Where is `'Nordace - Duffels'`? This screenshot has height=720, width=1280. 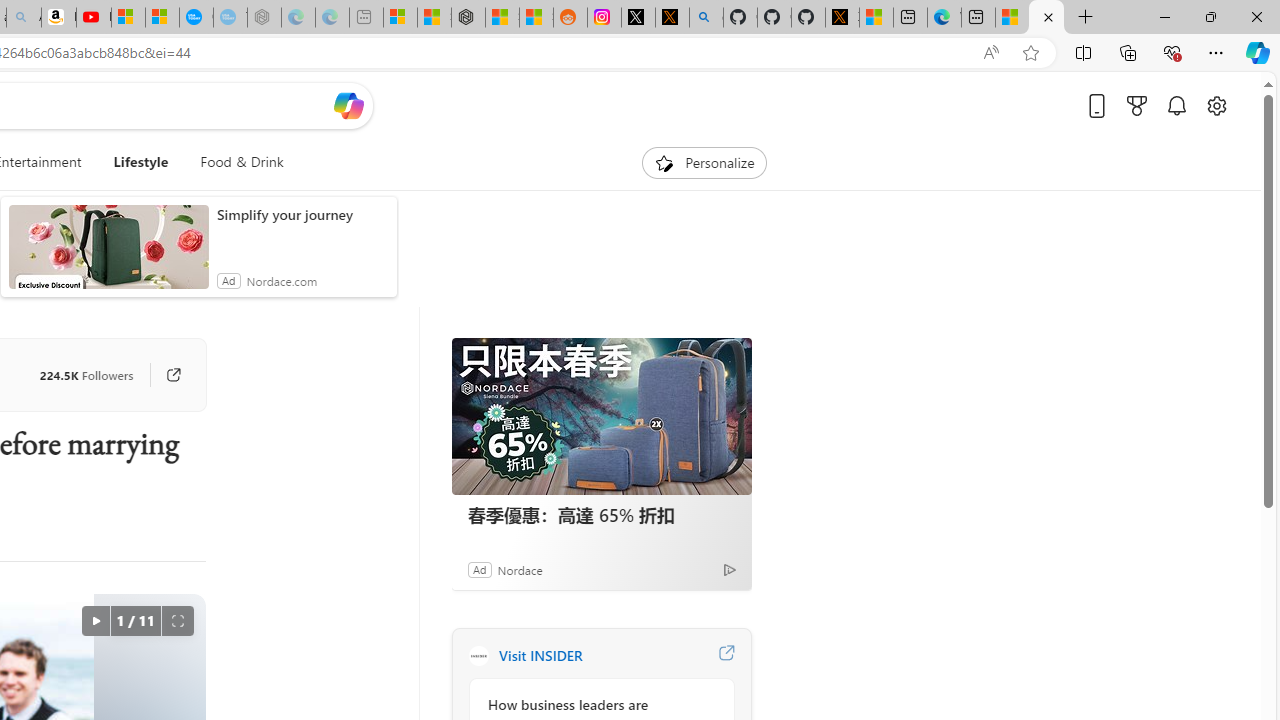
'Nordace - Duffels' is located at coordinates (467, 17).